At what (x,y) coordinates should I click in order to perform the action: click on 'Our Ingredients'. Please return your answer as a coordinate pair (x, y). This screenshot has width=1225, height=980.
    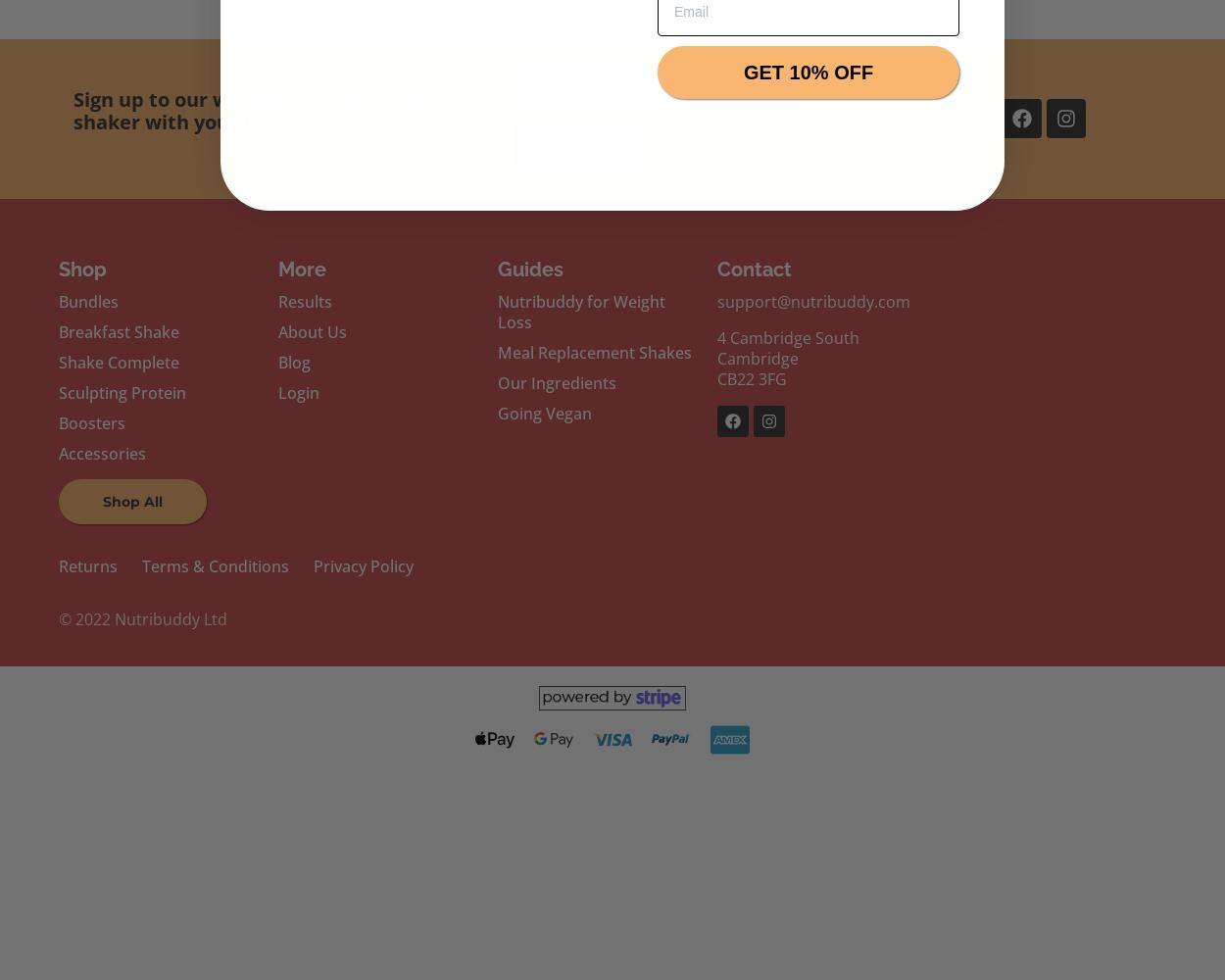
    Looking at the image, I should click on (555, 382).